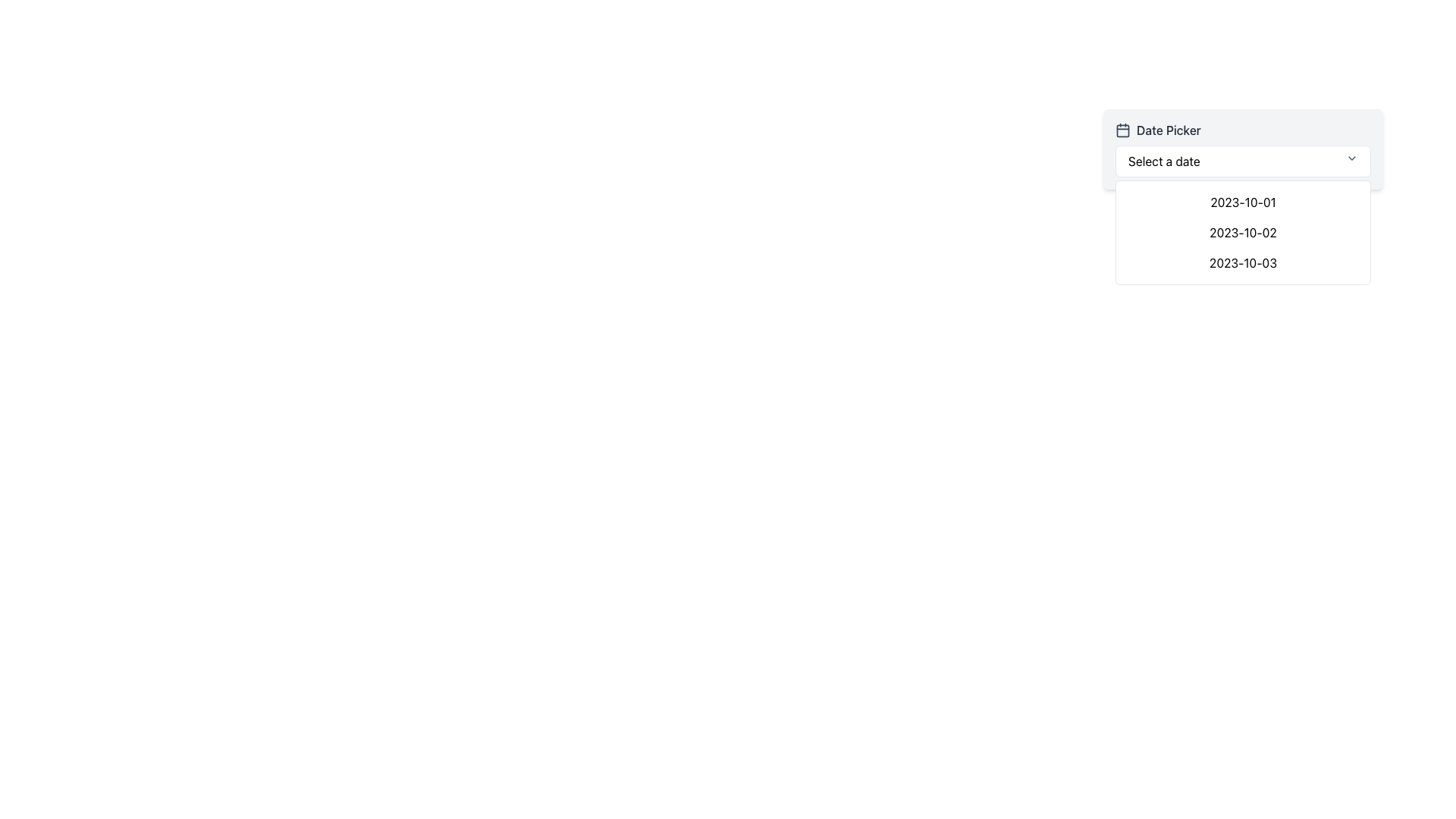  I want to click on the SVG shape representing the calendar's main body in the Date Picker dropdown component, which is located at the top-left side of the dropdown, so click(1123, 130).